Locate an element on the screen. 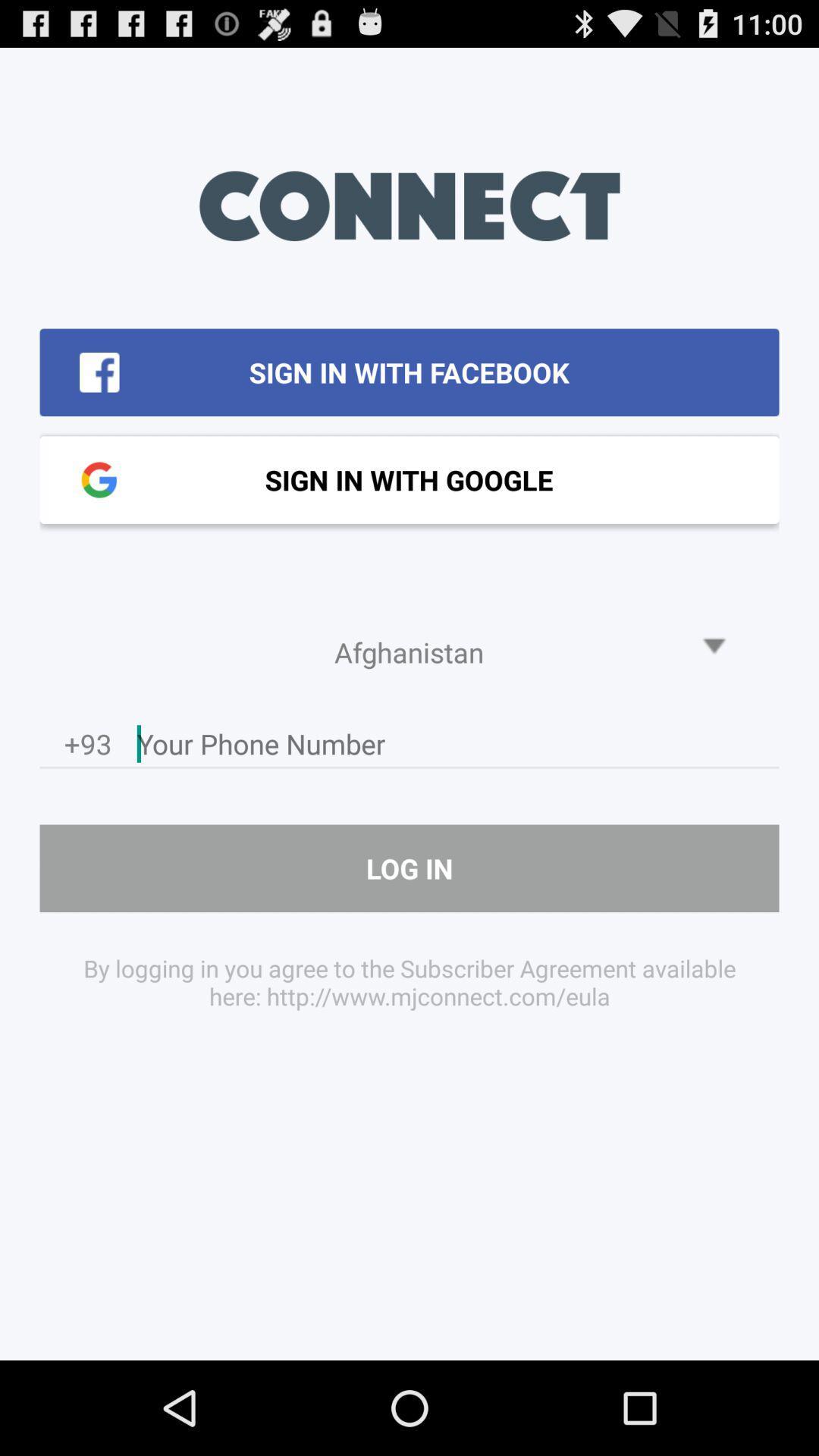 The image size is (819, 1456). by logging in item is located at coordinates (409, 982).